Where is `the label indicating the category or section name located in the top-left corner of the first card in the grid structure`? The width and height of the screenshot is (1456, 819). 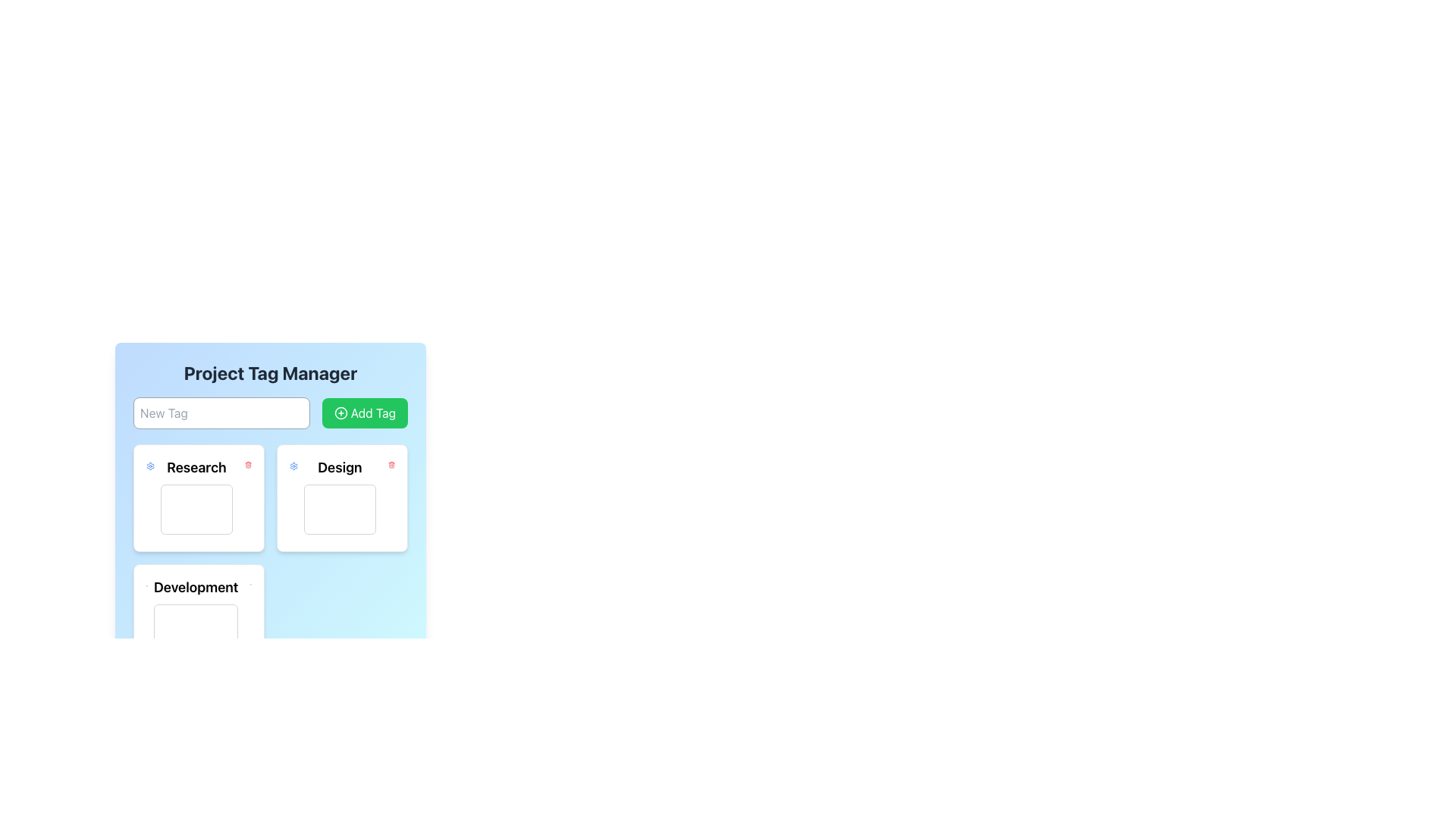 the label indicating the category or section name located in the top-left corner of the first card in the grid structure is located at coordinates (196, 467).